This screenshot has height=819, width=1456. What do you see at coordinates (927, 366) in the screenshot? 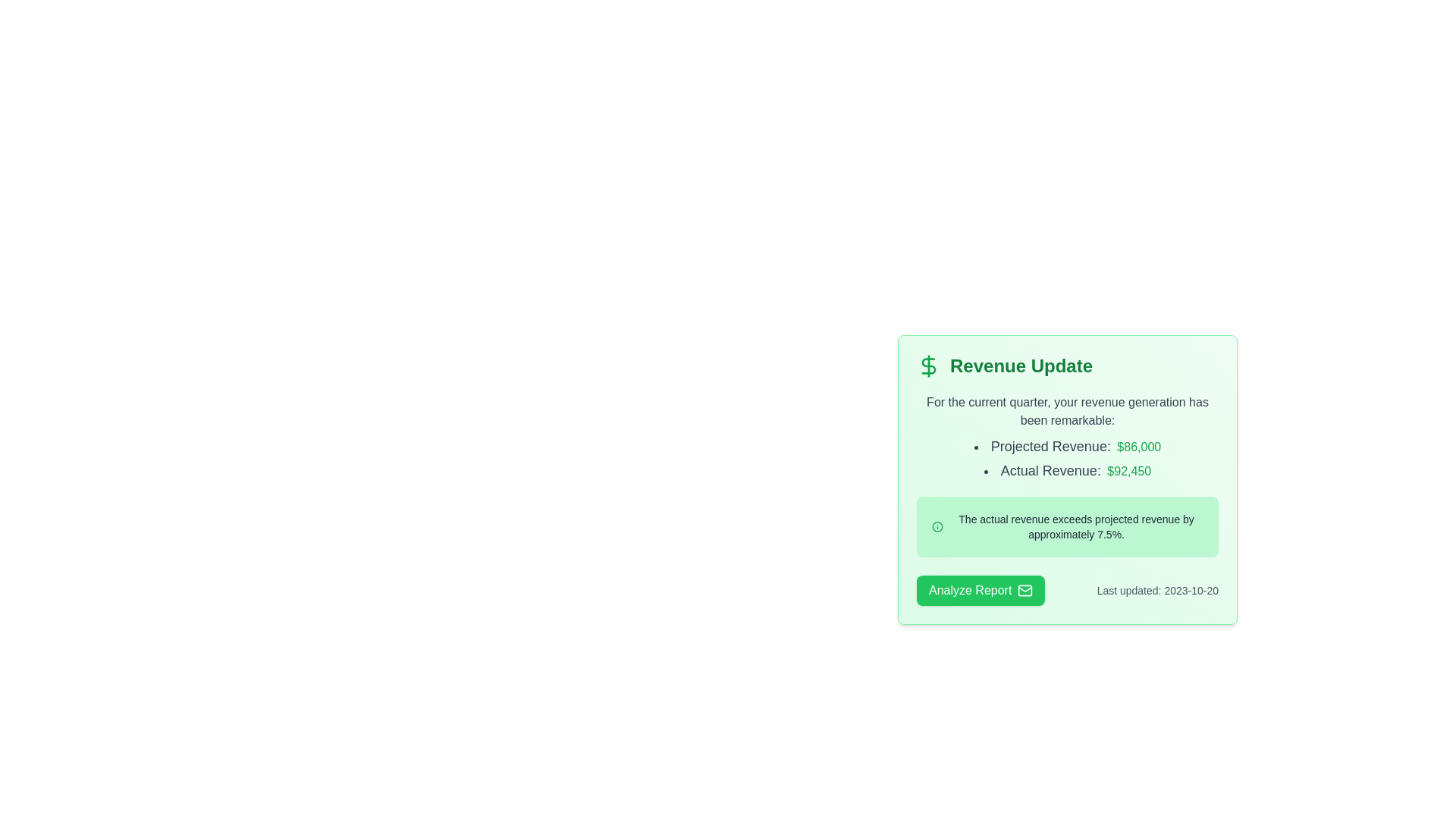
I see `the green dollar sign icon located in the top-left corner of the 'Revenue Update' panel, which has a clean and minimalistic design` at bounding box center [927, 366].